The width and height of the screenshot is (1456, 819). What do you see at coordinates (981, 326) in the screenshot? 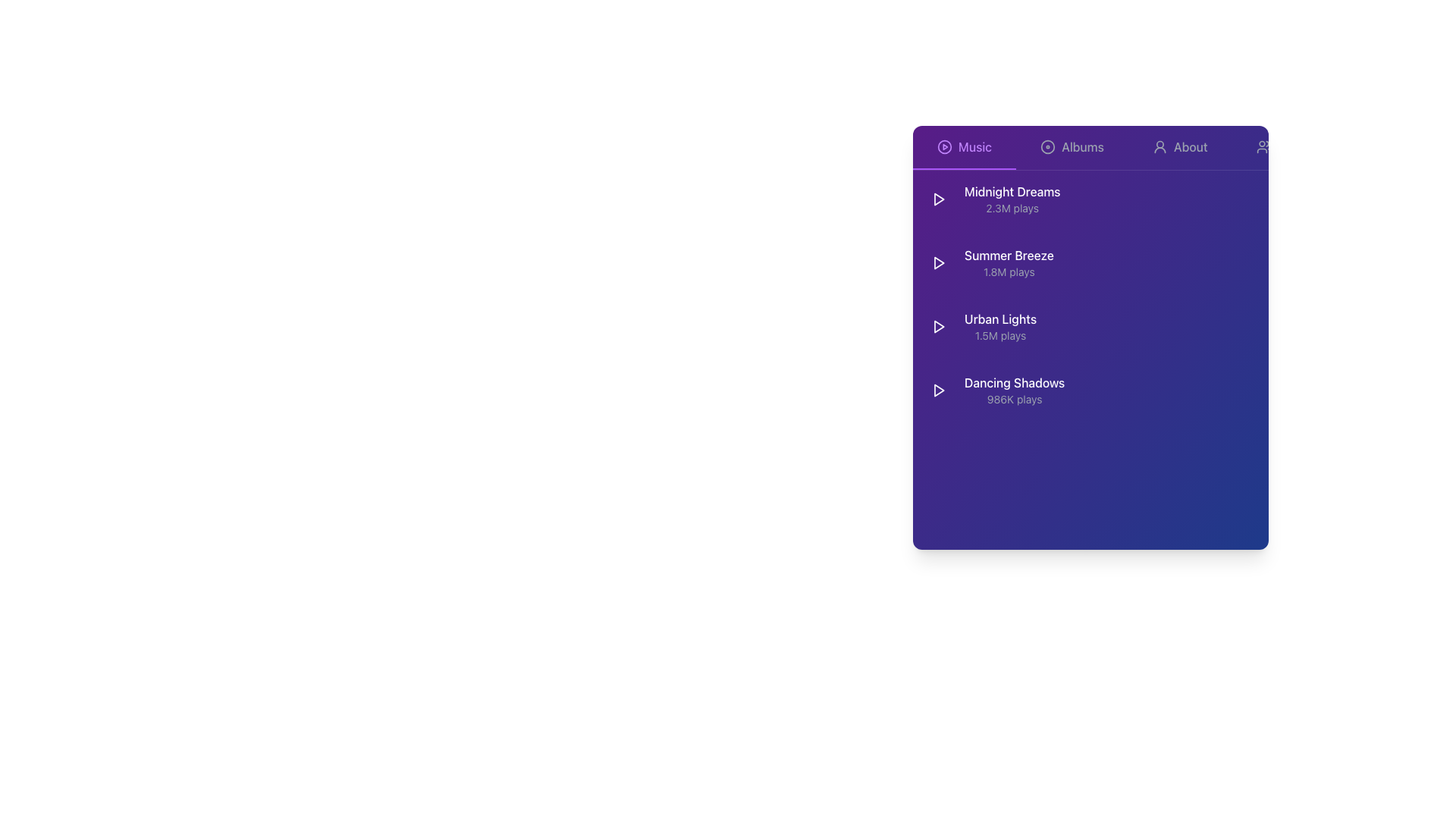
I see `the song item that provides information about the song title and the number of times it was played, located in the center of the list below 'Summer Breeze' and above 'Dancing Shadows'` at bounding box center [981, 326].